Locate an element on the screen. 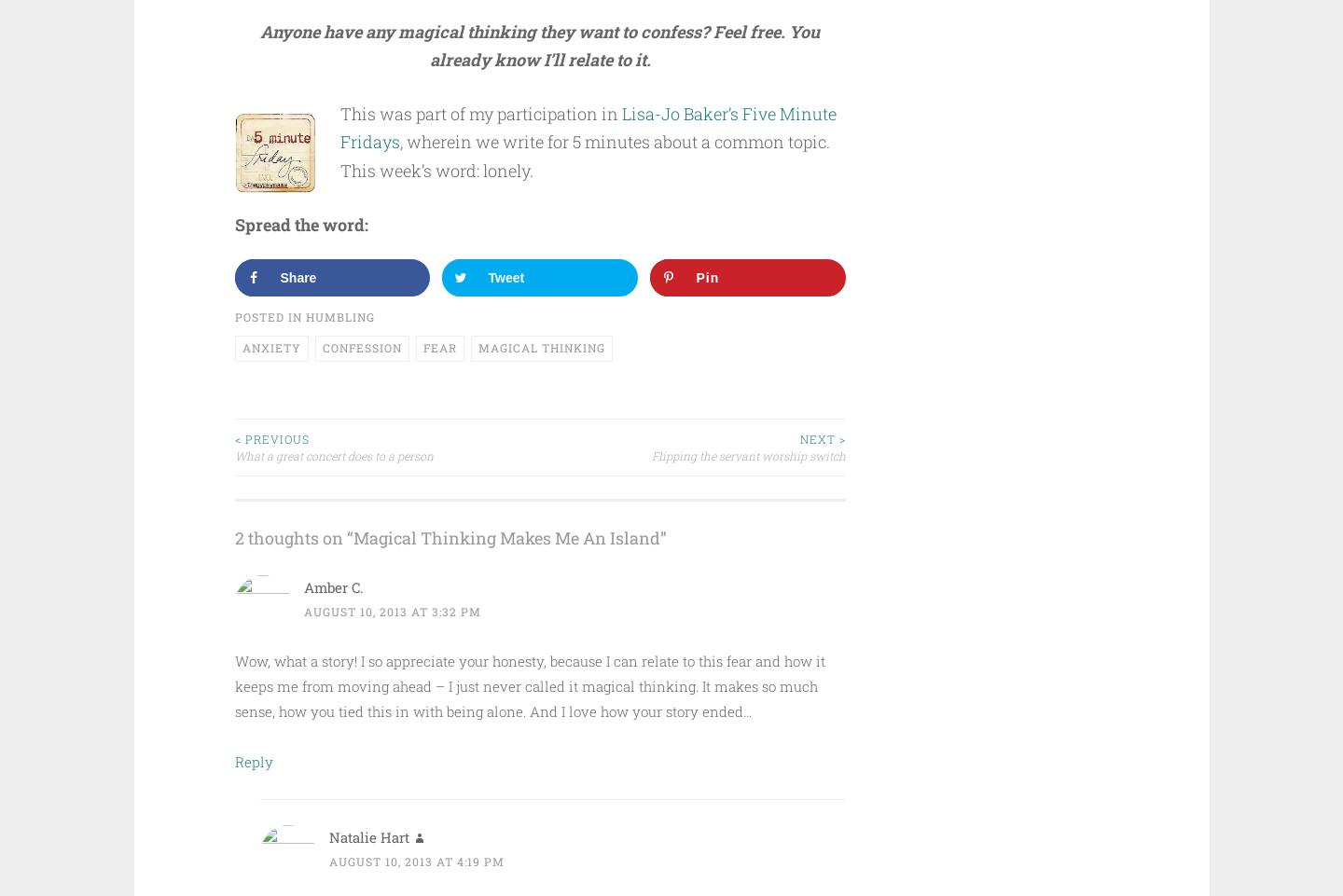 The width and height of the screenshot is (1343, 896). 'Humbling' is located at coordinates (339, 315).